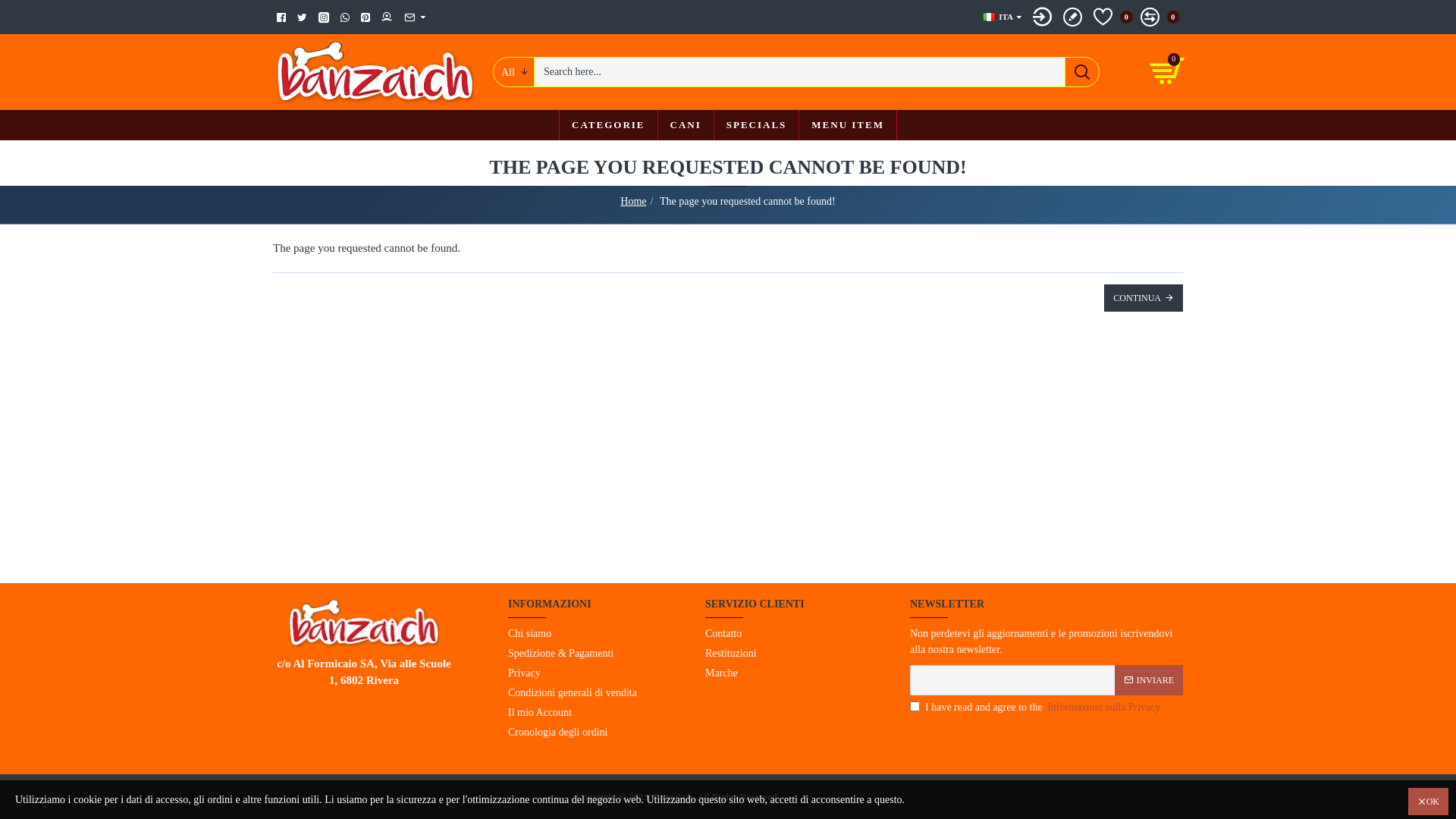 The width and height of the screenshot is (1456, 819). I want to click on 'Informazioni sulla Privacy', so click(1043, 707).